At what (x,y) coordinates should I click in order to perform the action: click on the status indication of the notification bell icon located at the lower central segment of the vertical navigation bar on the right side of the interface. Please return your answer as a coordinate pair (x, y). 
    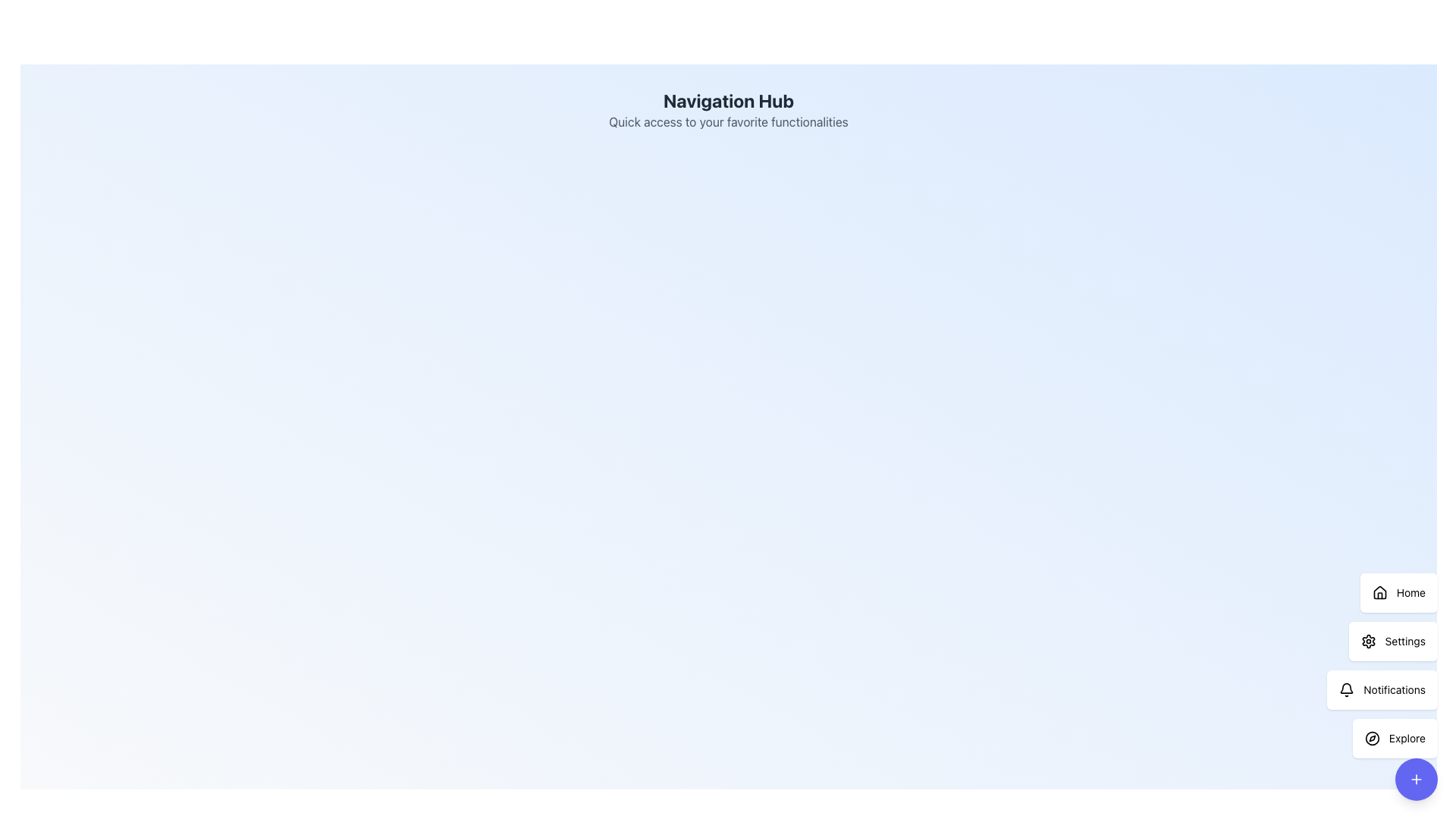
    Looking at the image, I should click on (1347, 688).